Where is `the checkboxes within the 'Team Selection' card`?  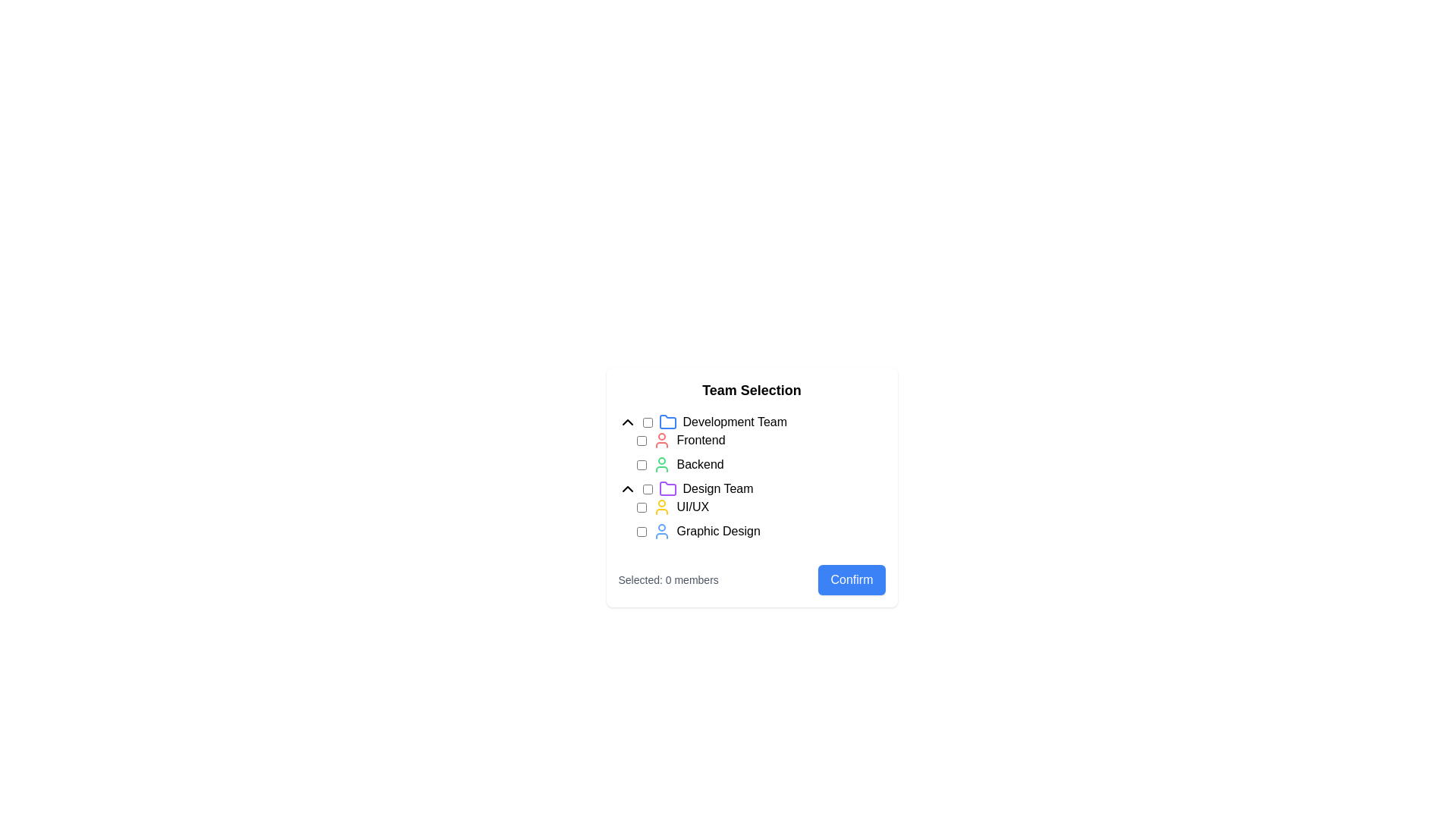 the checkboxes within the 'Team Selection' card is located at coordinates (752, 488).